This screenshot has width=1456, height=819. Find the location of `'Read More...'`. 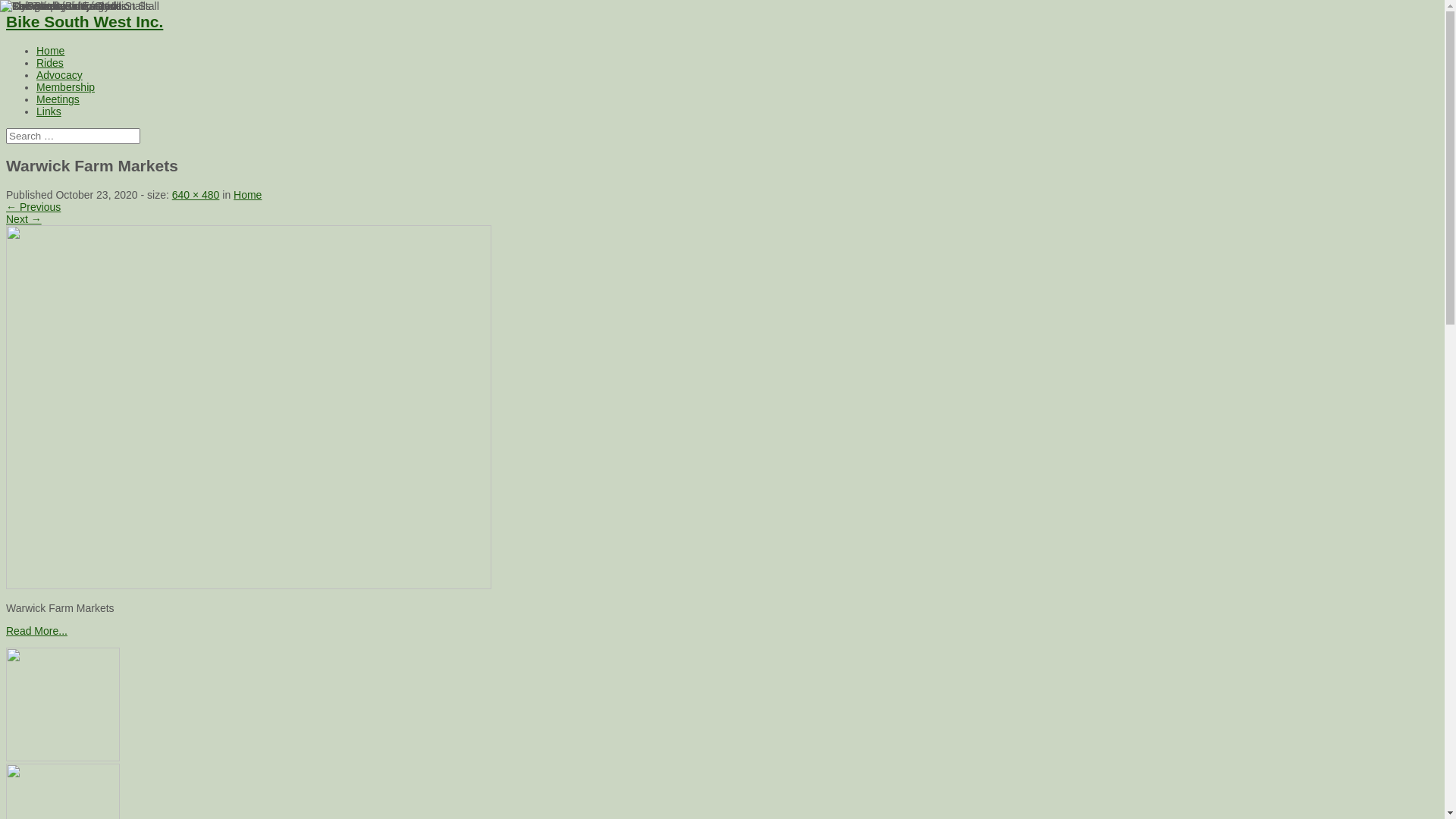

'Read More...' is located at coordinates (36, 631).